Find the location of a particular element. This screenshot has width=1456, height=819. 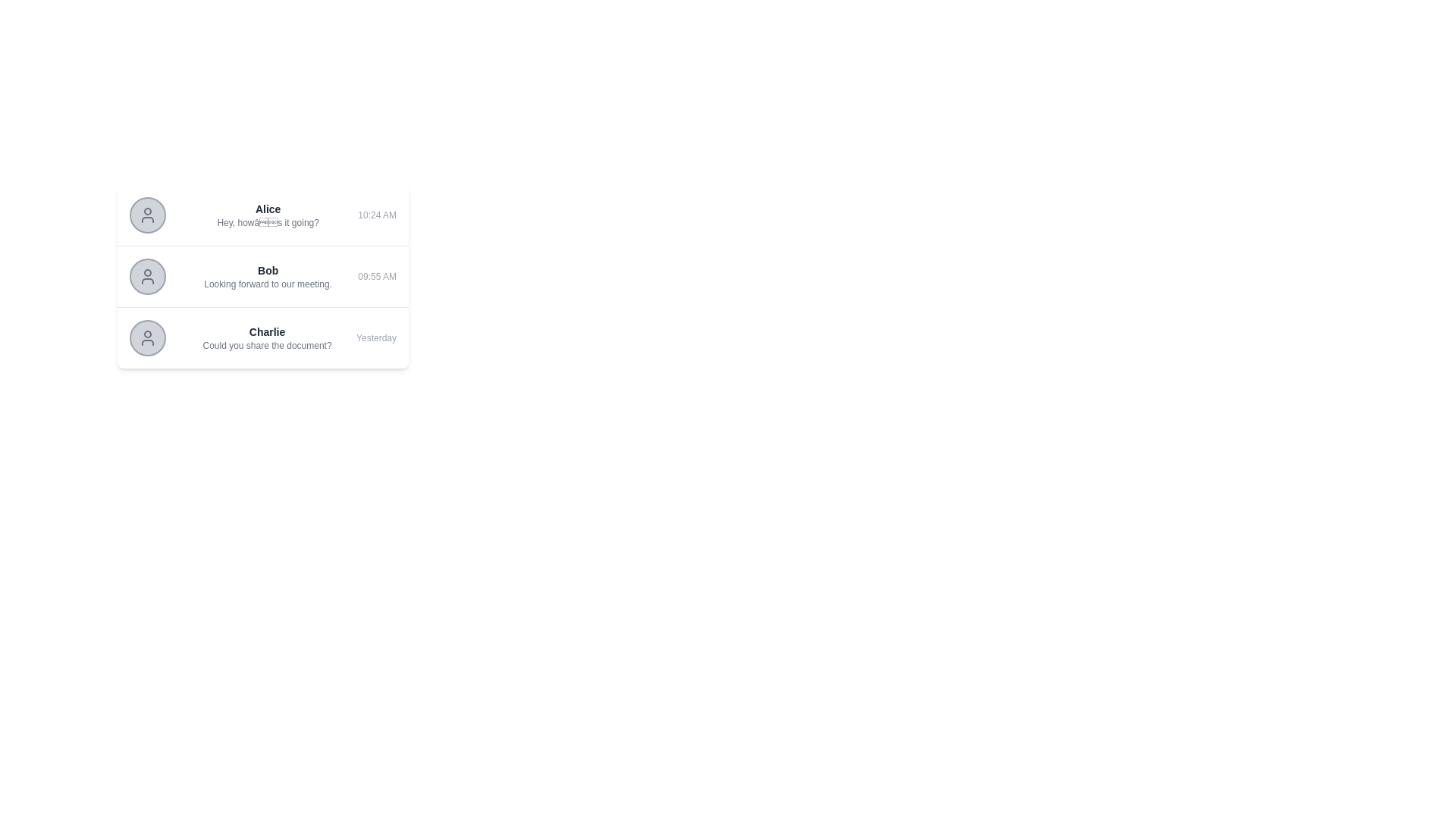

the chat message item from 'Charlie' which includes the message preview 'Could you share the document?' and the timestamp 'Yesterday'. This item is the third in a vertical list of chat messages is located at coordinates (262, 337).